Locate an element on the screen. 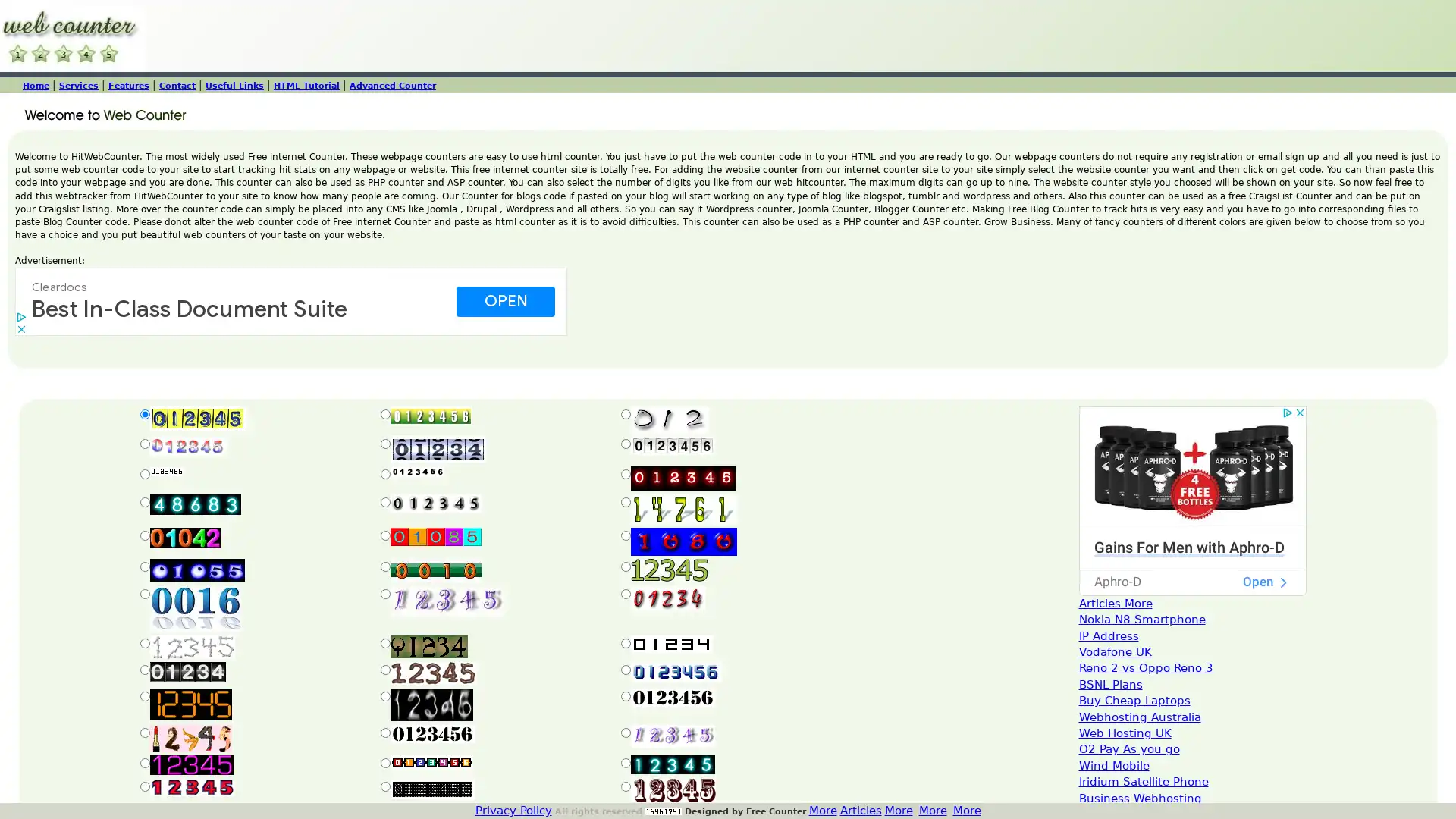  Submit is located at coordinates (682, 508).